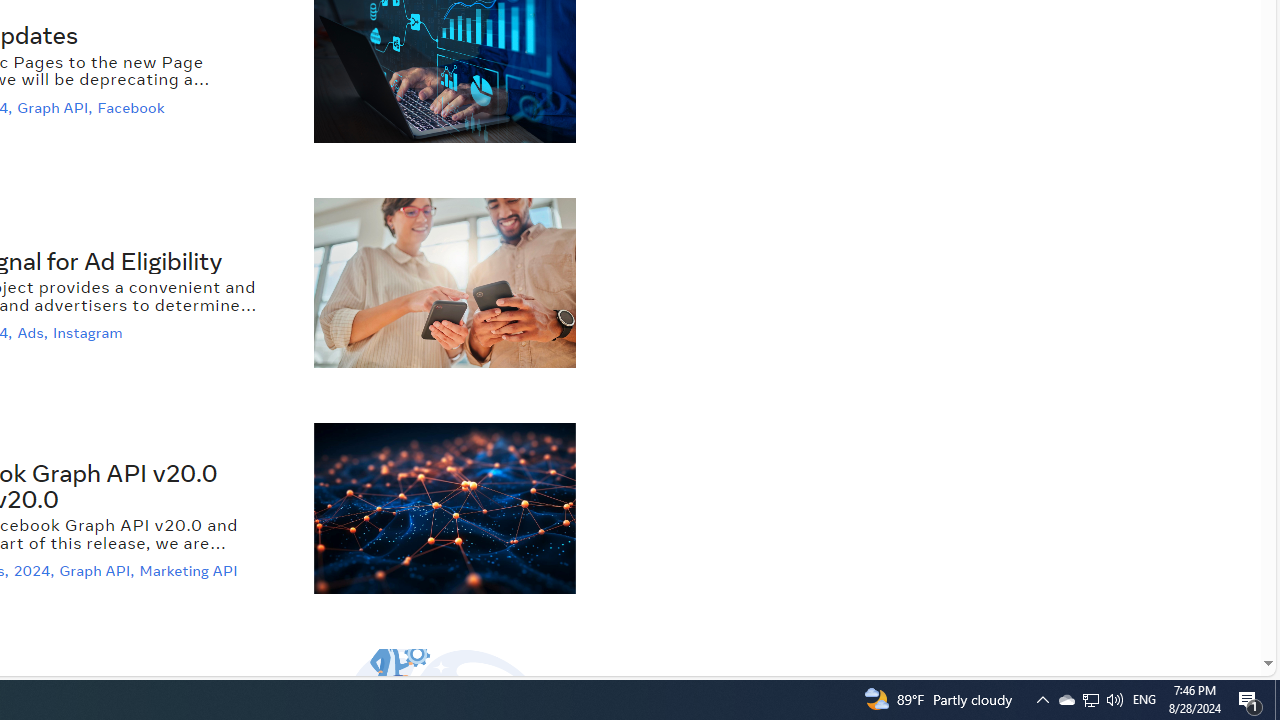 This screenshot has width=1280, height=720. I want to click on '2024,', so click(36, 571).